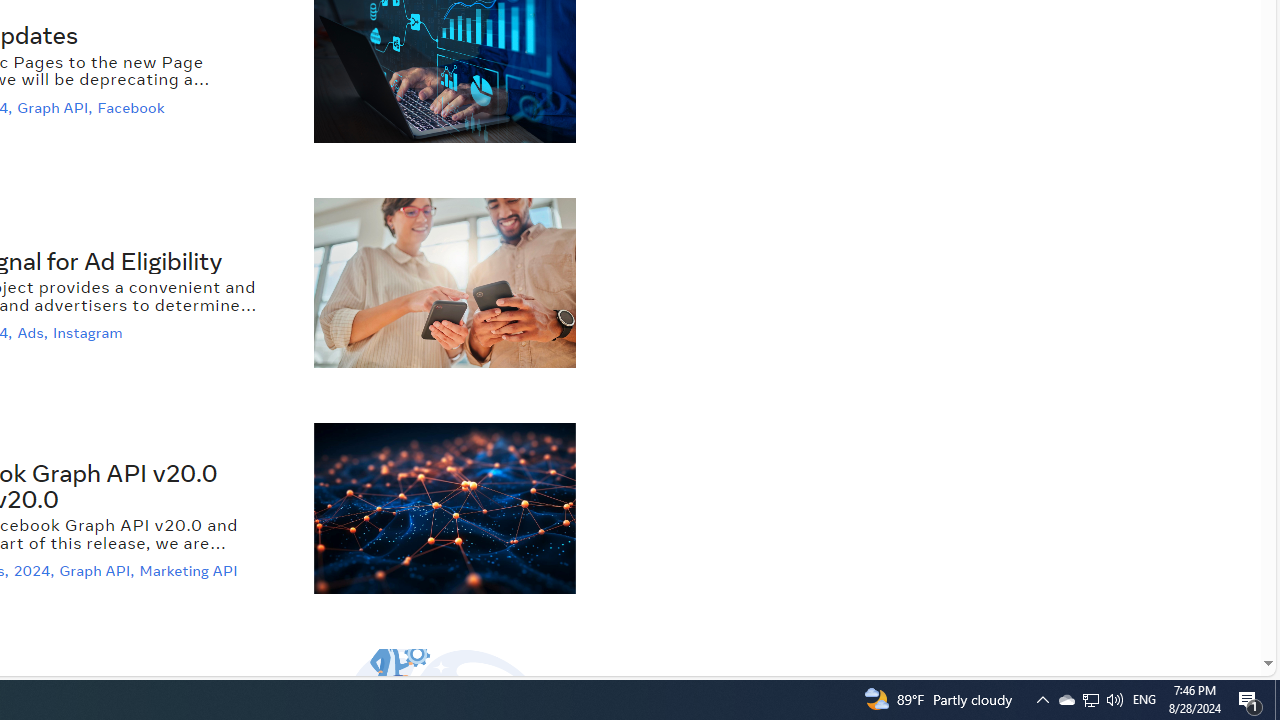 This screenshot has width=1280, height=720. I want to click on '2024,', so click(36, 571).